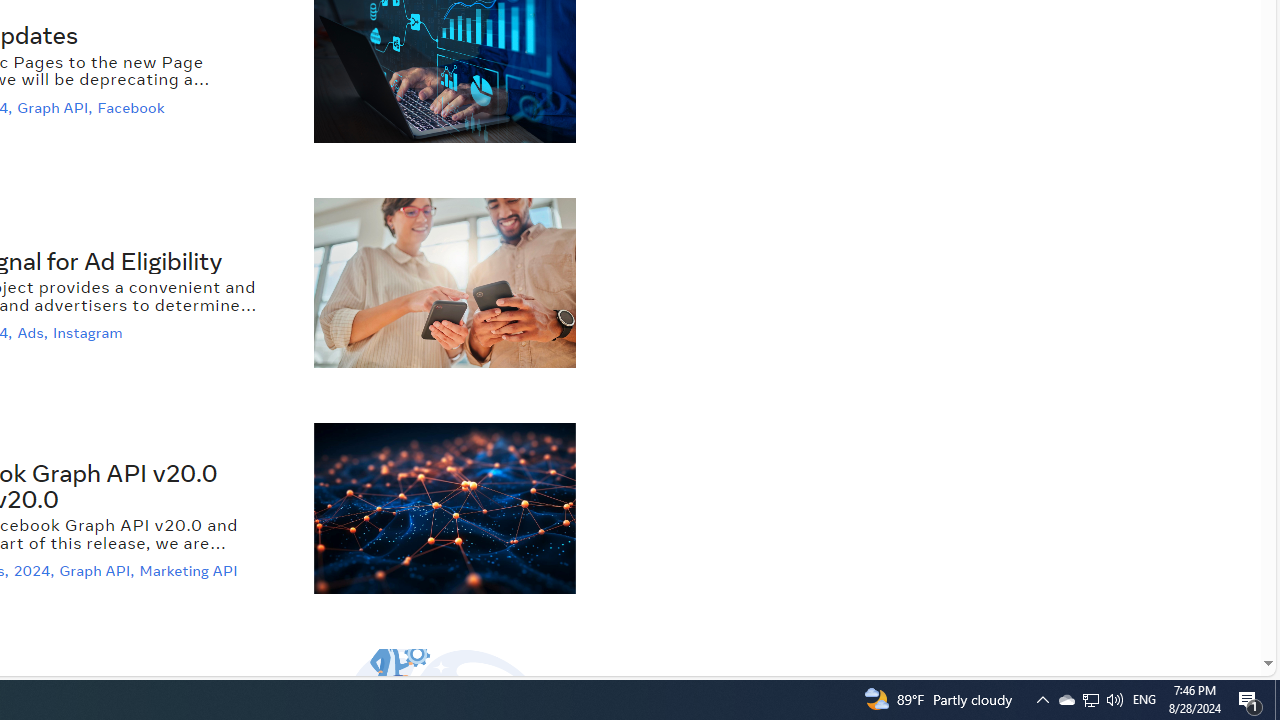 This screenshot has width=1280, height=720. I want to click on '2024,', so click(36, 571).